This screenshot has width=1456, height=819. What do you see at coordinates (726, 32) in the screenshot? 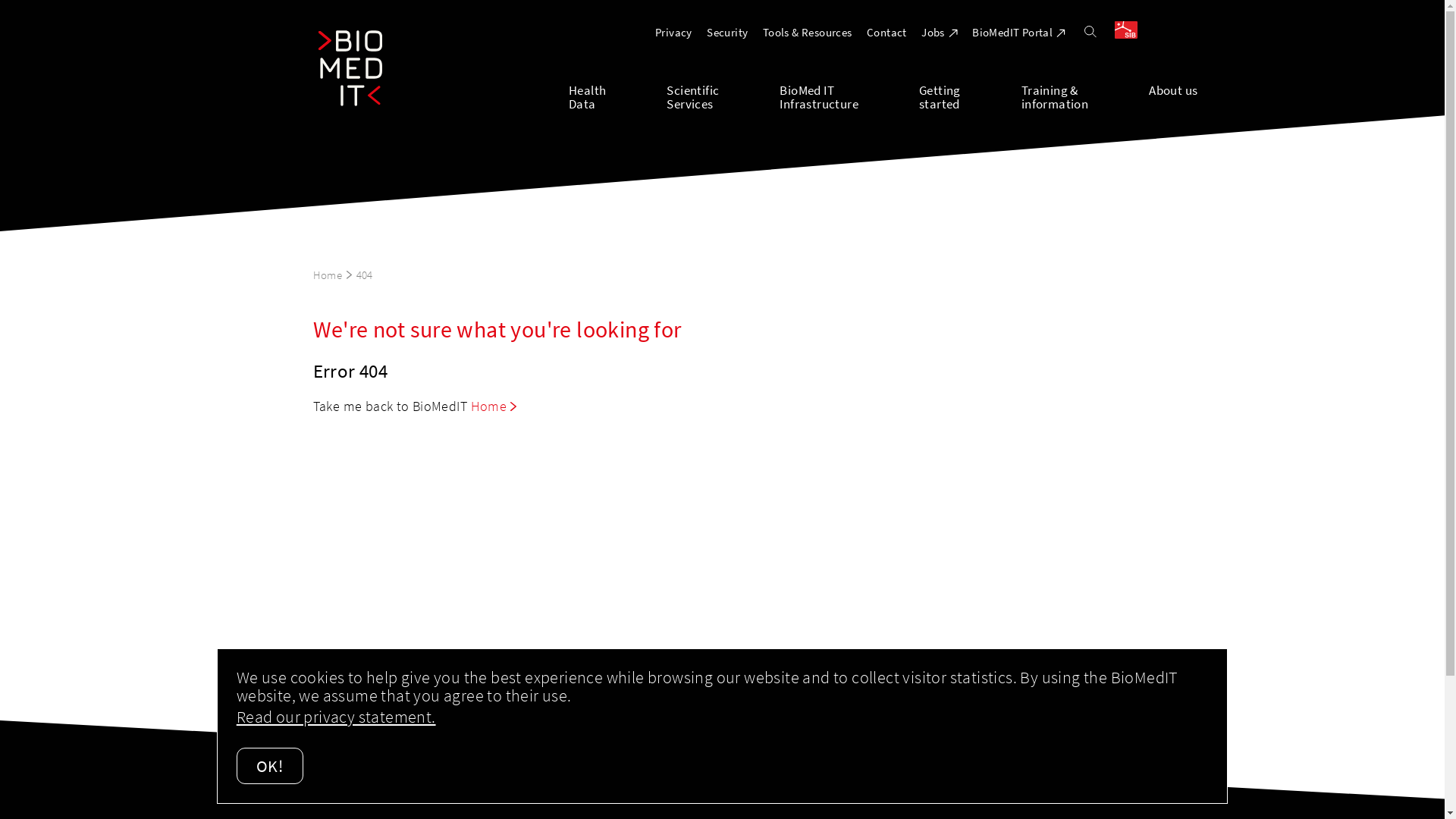
I see `'Security'` at bounding box center [726, 32].